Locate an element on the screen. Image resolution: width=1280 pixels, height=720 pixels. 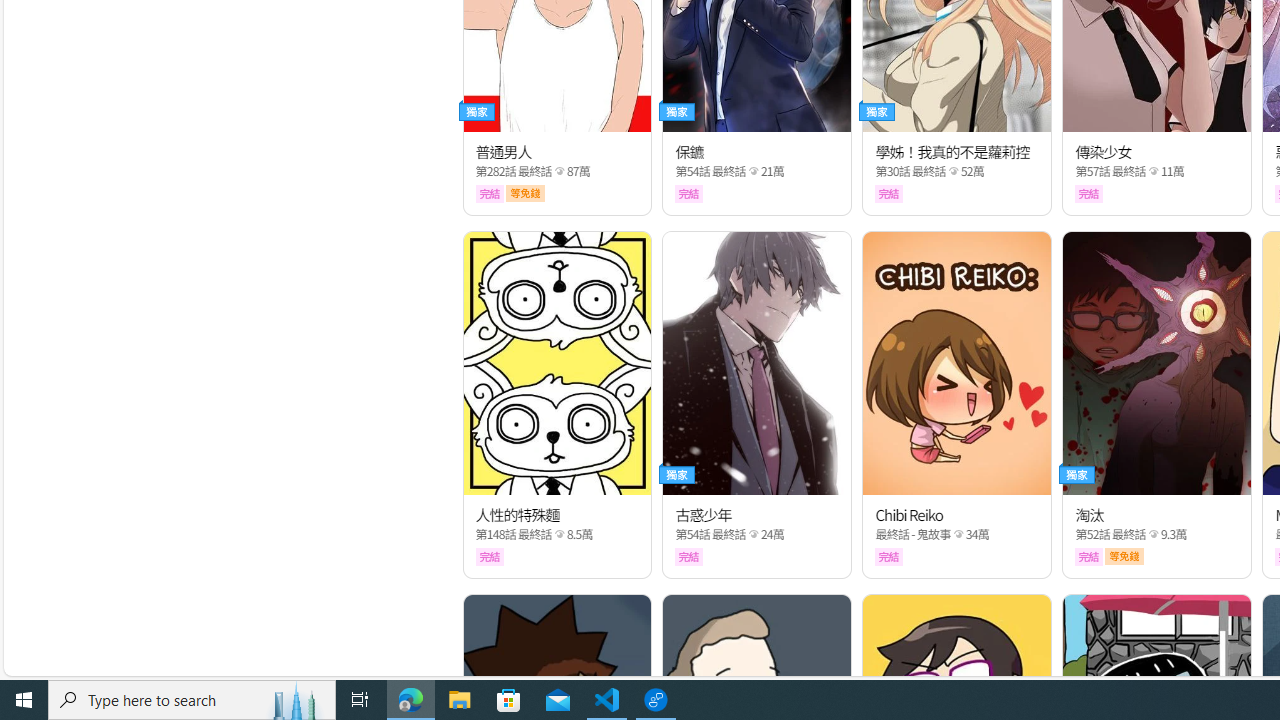
'Class: thumb_img' is located at coordinates (1157, 363).